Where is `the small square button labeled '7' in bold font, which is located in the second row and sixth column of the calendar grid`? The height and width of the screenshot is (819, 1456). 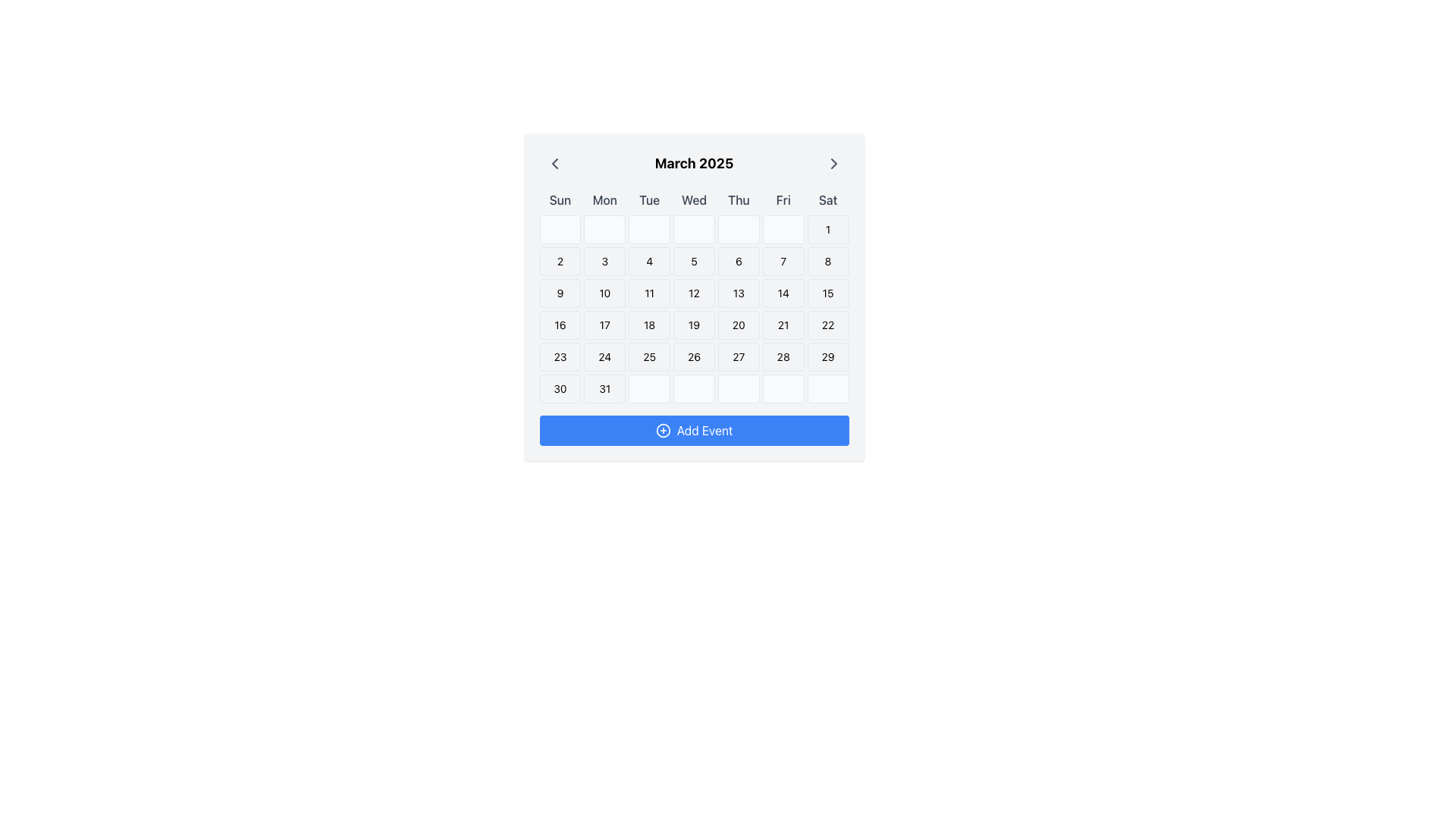 the small square button labeled '7' in bold font, which is located in the second row and sixth column of the calendar grid is located at coordinates (783, 260).